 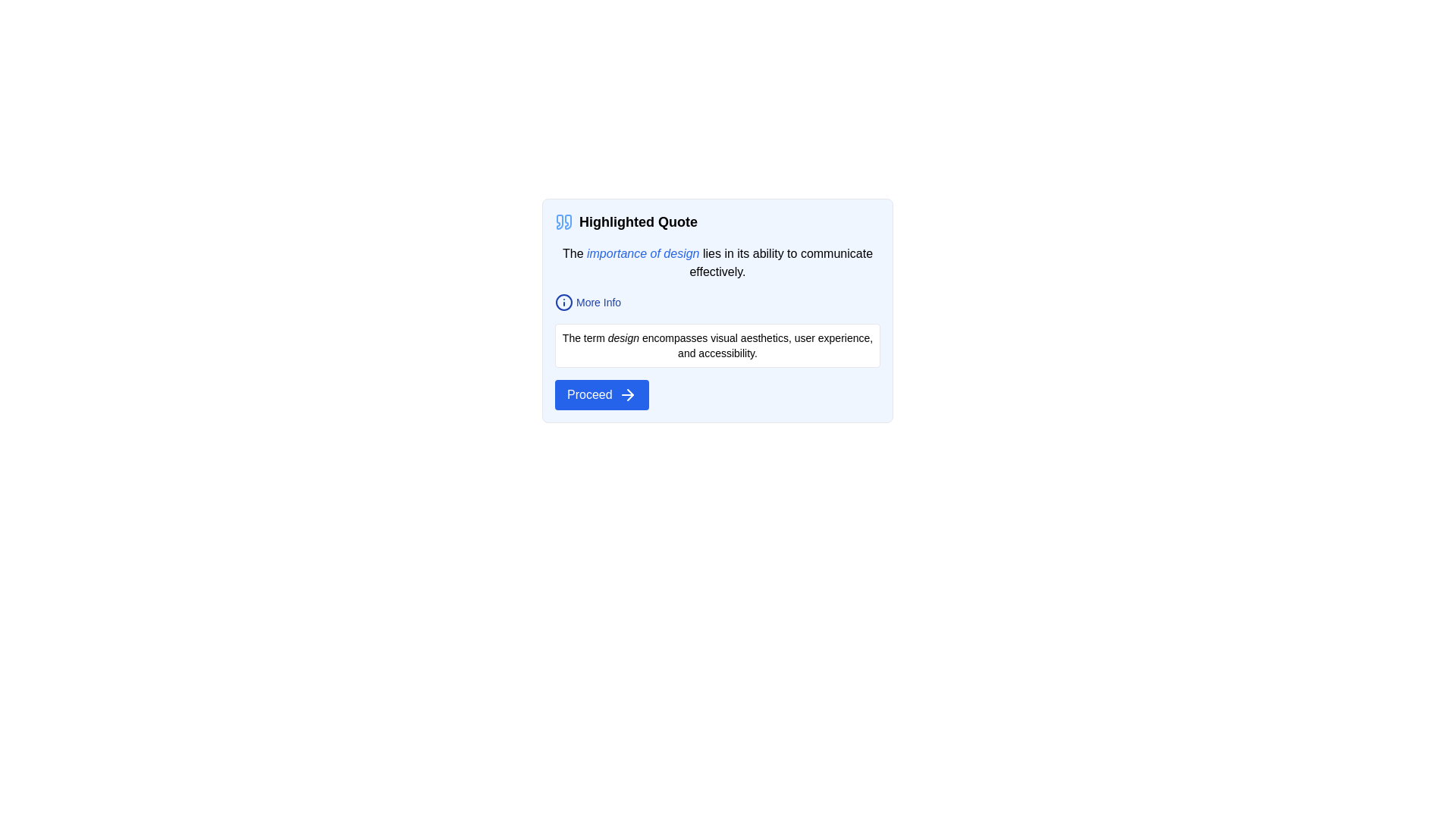 I want to click on the information icon with a blue outline that represents the 'i' character, located to the left of the 'More Info' text, so click(x=563, y=302).